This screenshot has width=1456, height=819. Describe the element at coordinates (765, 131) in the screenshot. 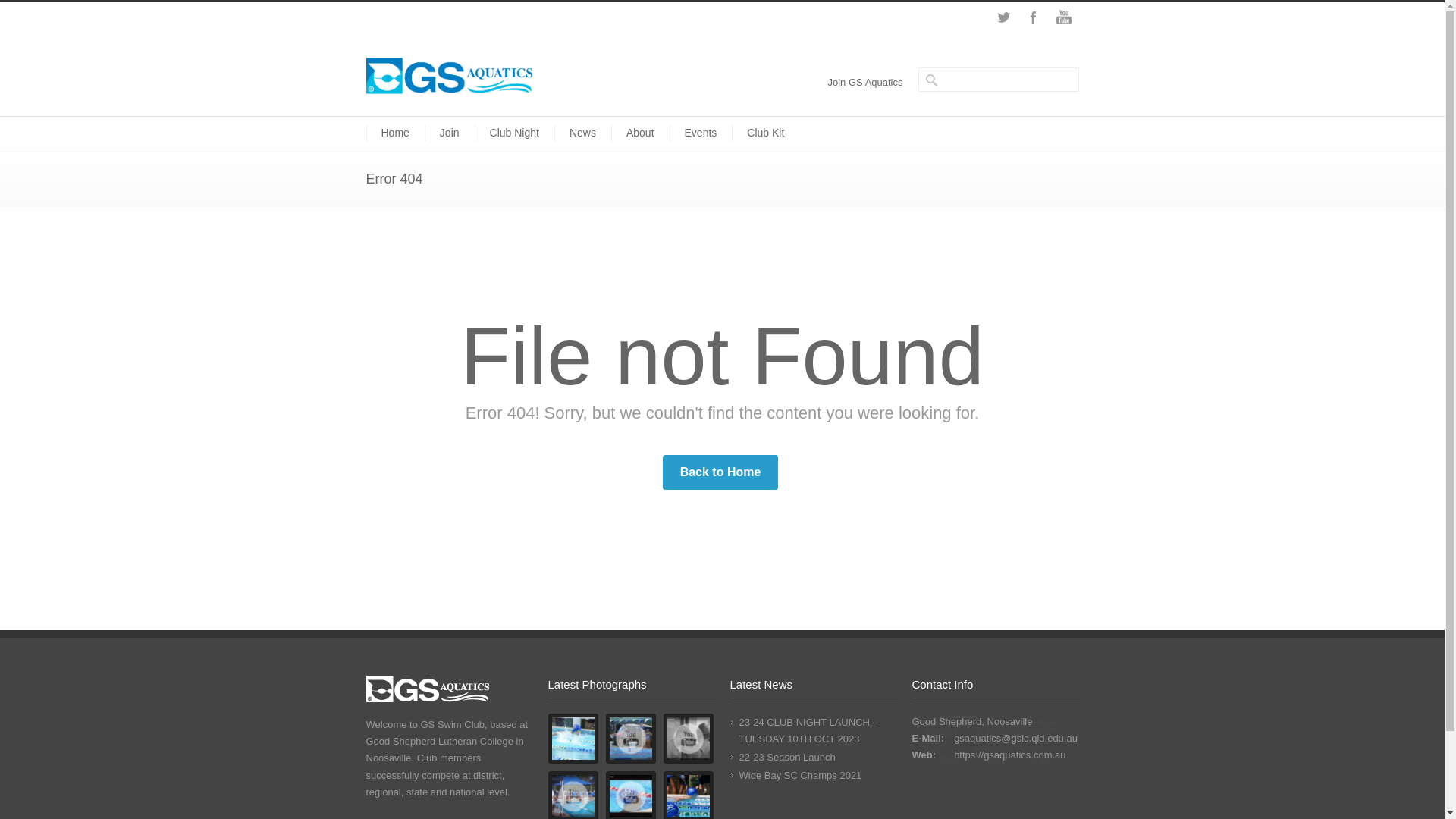

I see `'Club Kit'` at that location.